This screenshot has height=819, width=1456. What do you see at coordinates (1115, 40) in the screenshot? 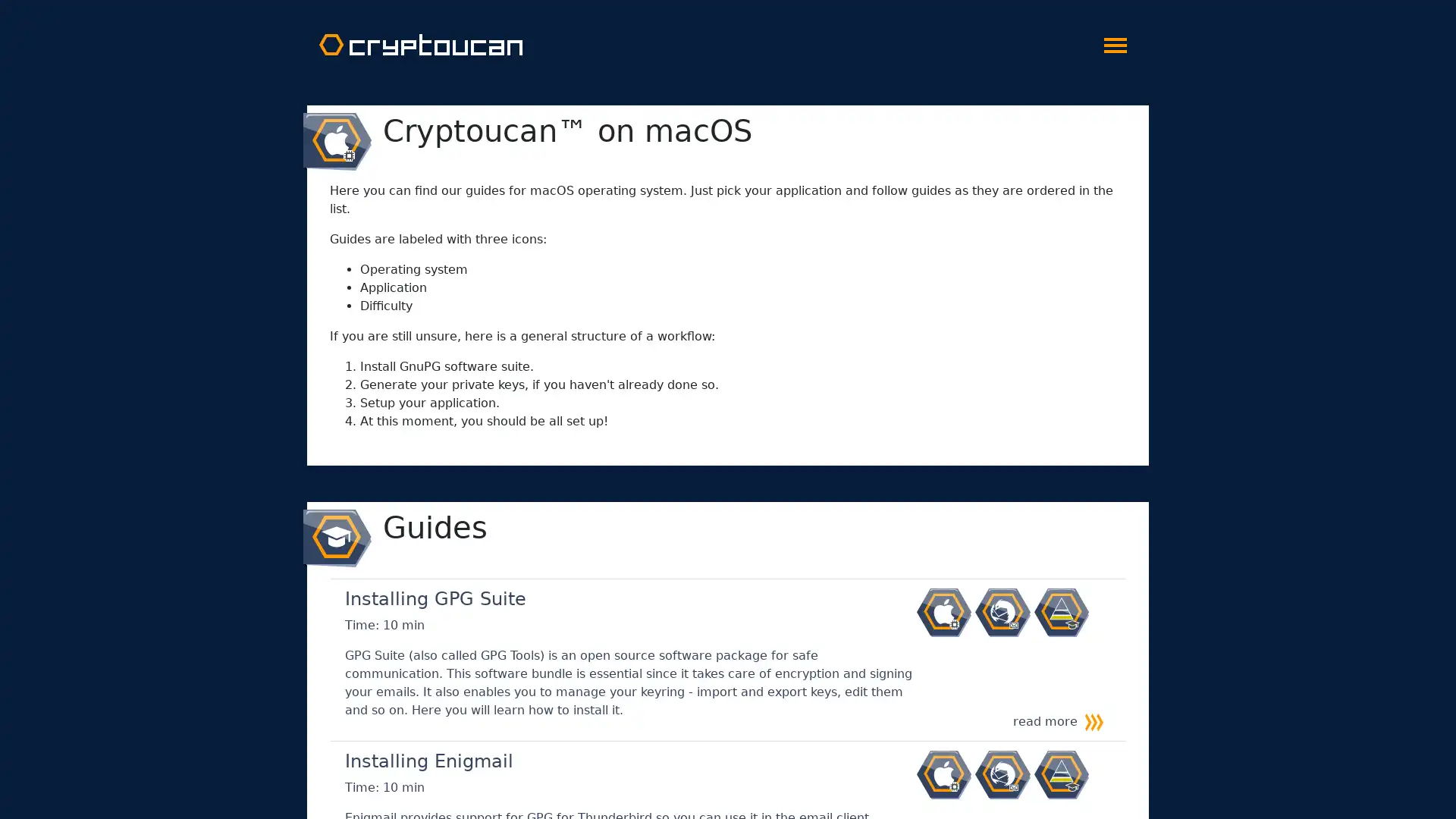
I see `Toggle navigation` at bounding box center [1115, 40].